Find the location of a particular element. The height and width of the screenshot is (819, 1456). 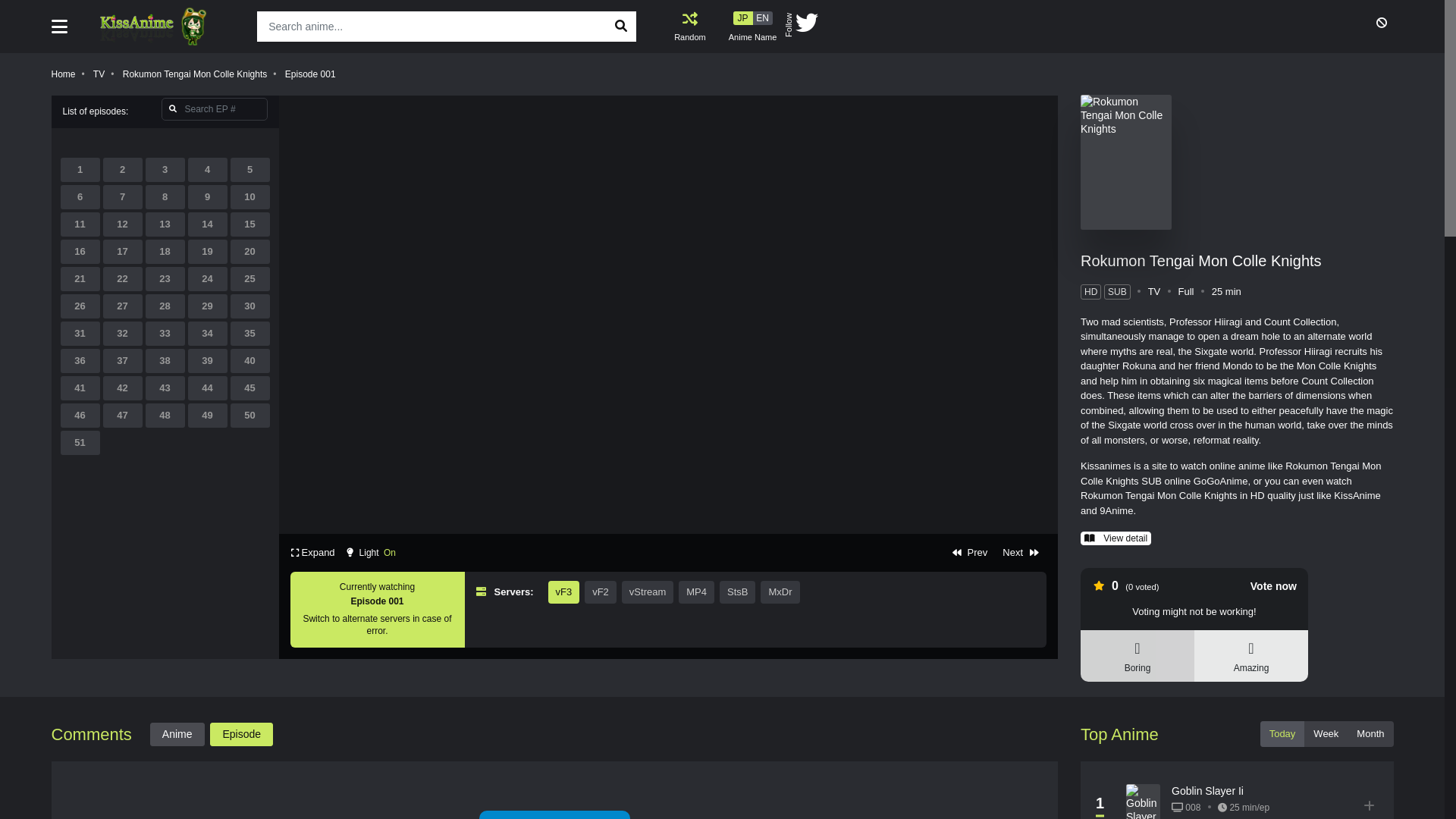

'41' is located at coordinates (61, 388).